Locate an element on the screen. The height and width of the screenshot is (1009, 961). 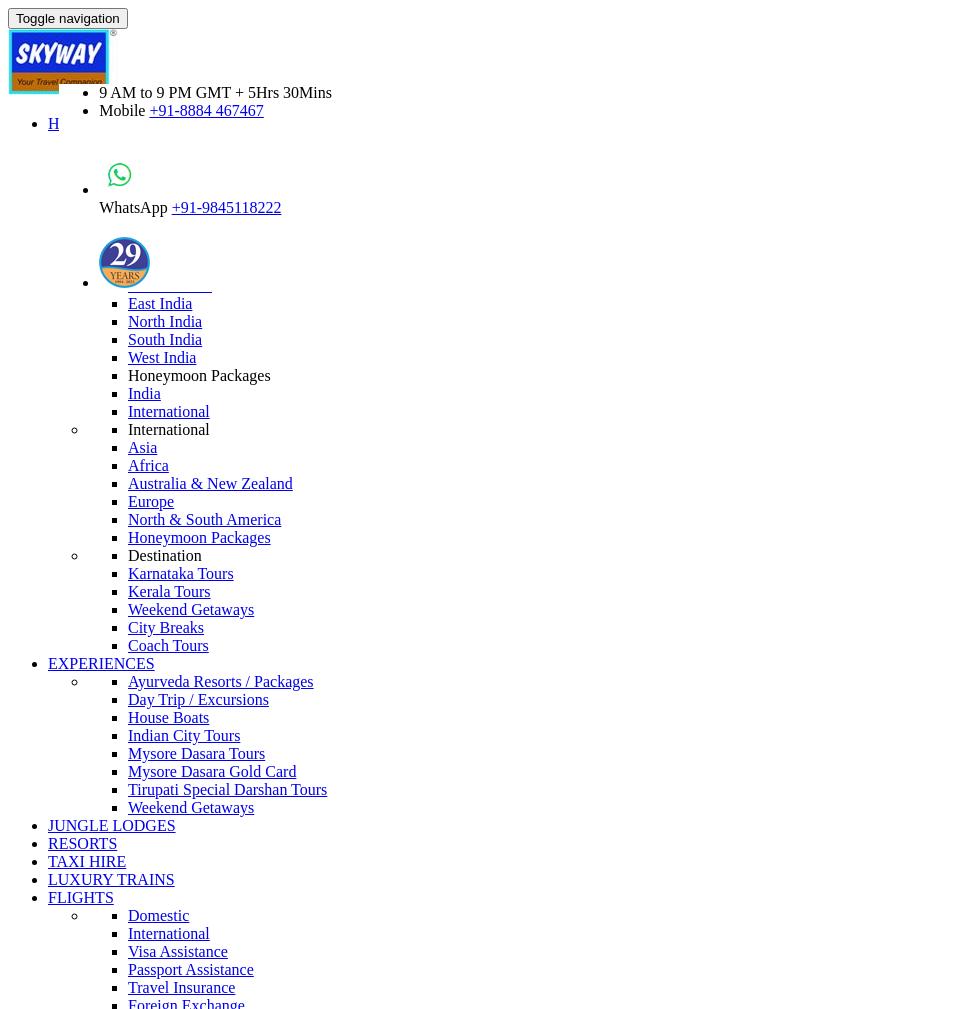
'Tirupati Special Darshan Tours' is located at coordinates (226, 789).